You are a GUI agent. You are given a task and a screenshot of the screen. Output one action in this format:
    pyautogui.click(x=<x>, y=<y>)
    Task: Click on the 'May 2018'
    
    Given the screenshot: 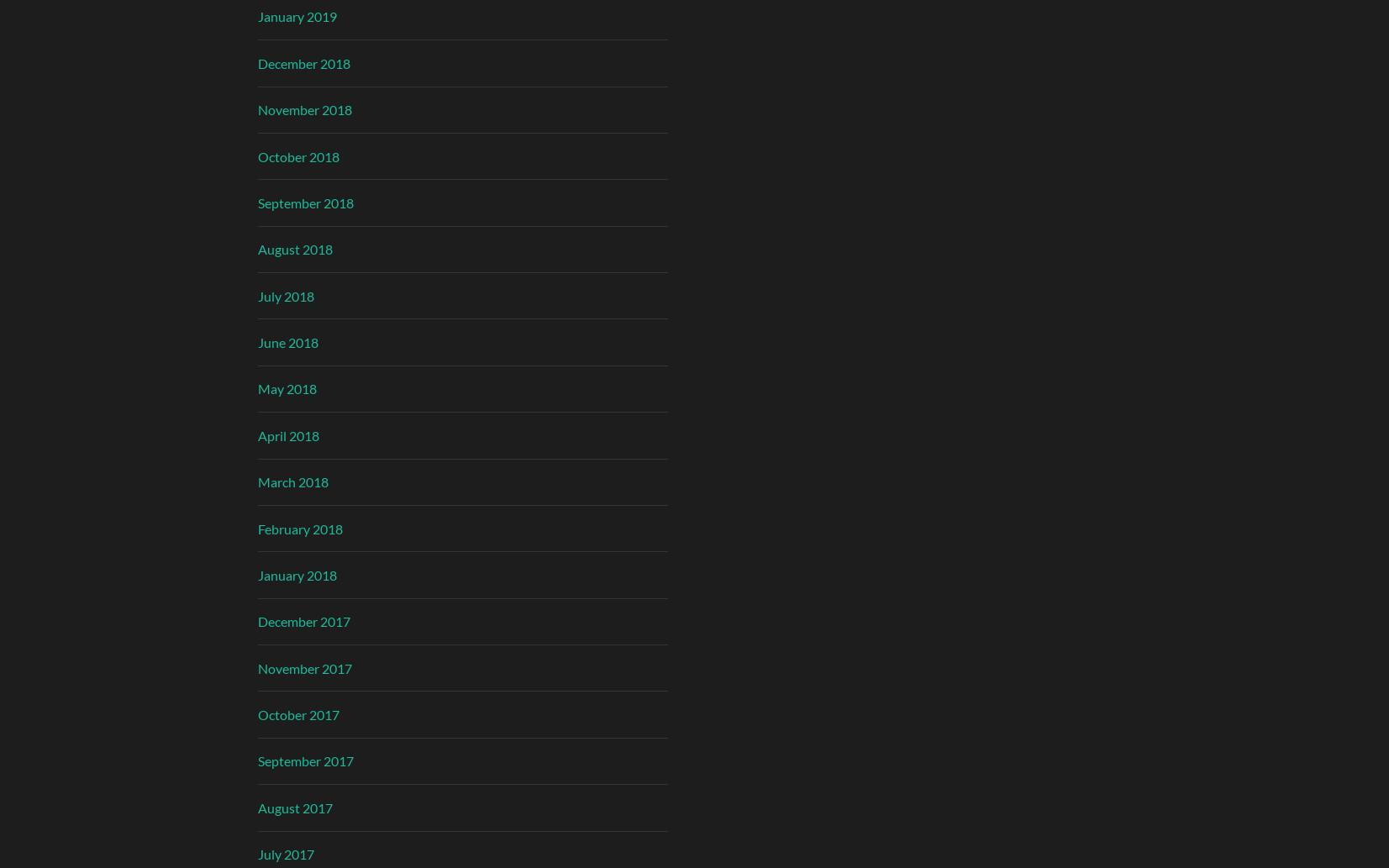 What is the action you would take?
    pyautogui.click(x=255, y=388)
    